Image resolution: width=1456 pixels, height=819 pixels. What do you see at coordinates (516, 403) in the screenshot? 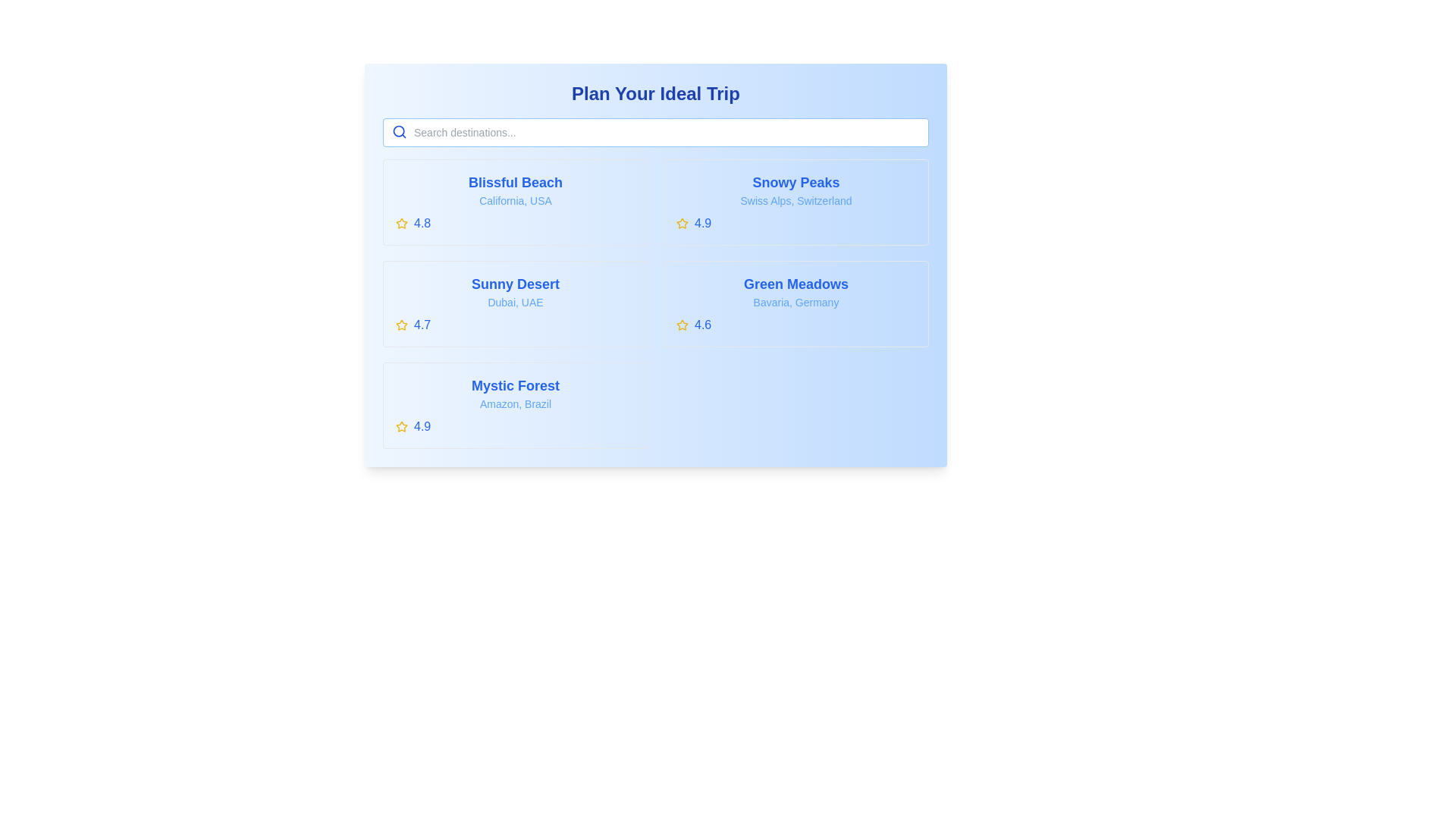
I see `the text label indicating the geographical context associated with the title 'Mystic Forest', which is located directly below the title and above the rating section '4.9'` at bounding box center [516, 403].